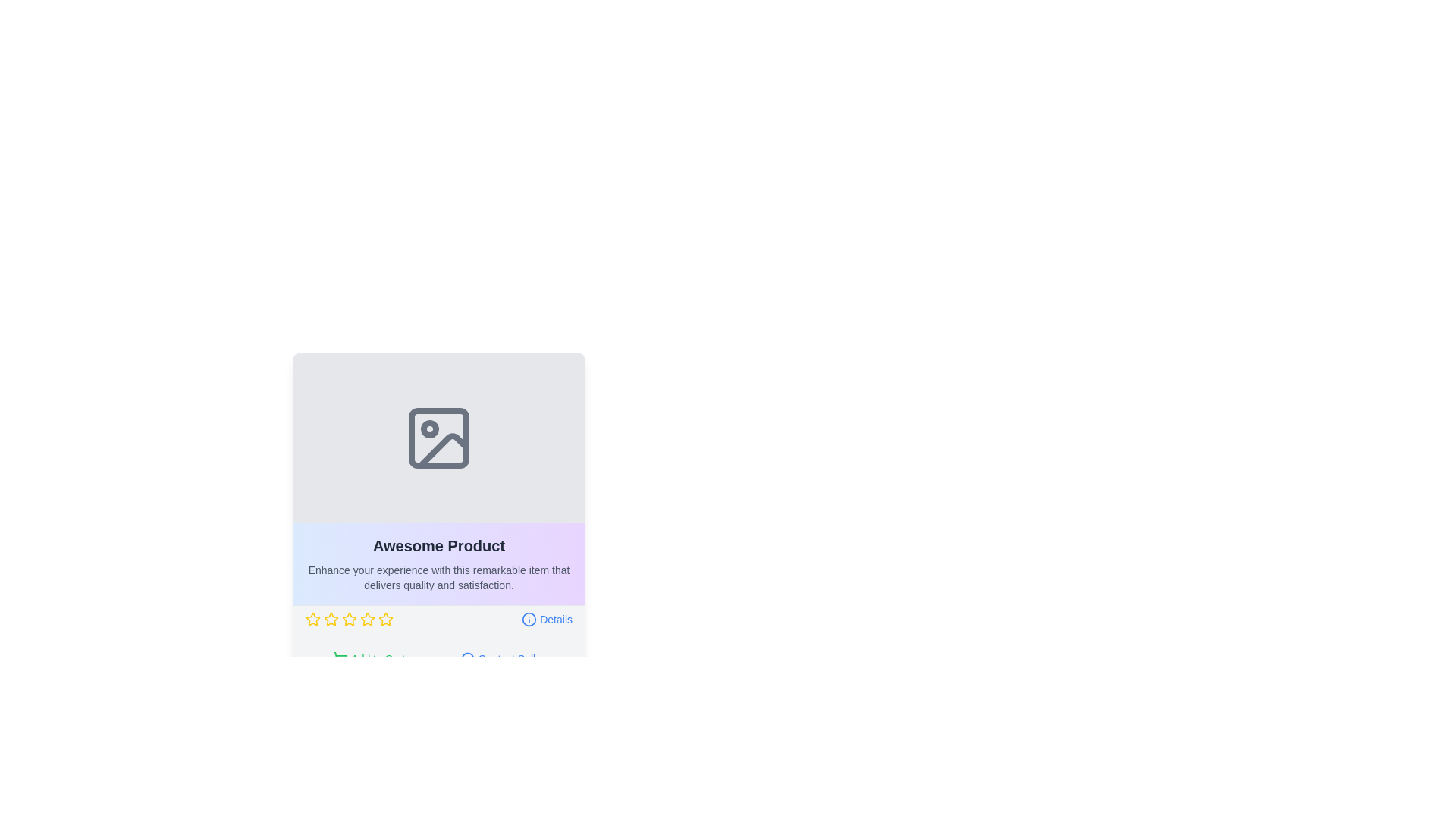 The height and width of the screenshot is (819, 1456). What do you see at coordinates (546, 620) in the screenshot?
I see `the link at the bottom right of the product card` at bounding box center [546, 620].